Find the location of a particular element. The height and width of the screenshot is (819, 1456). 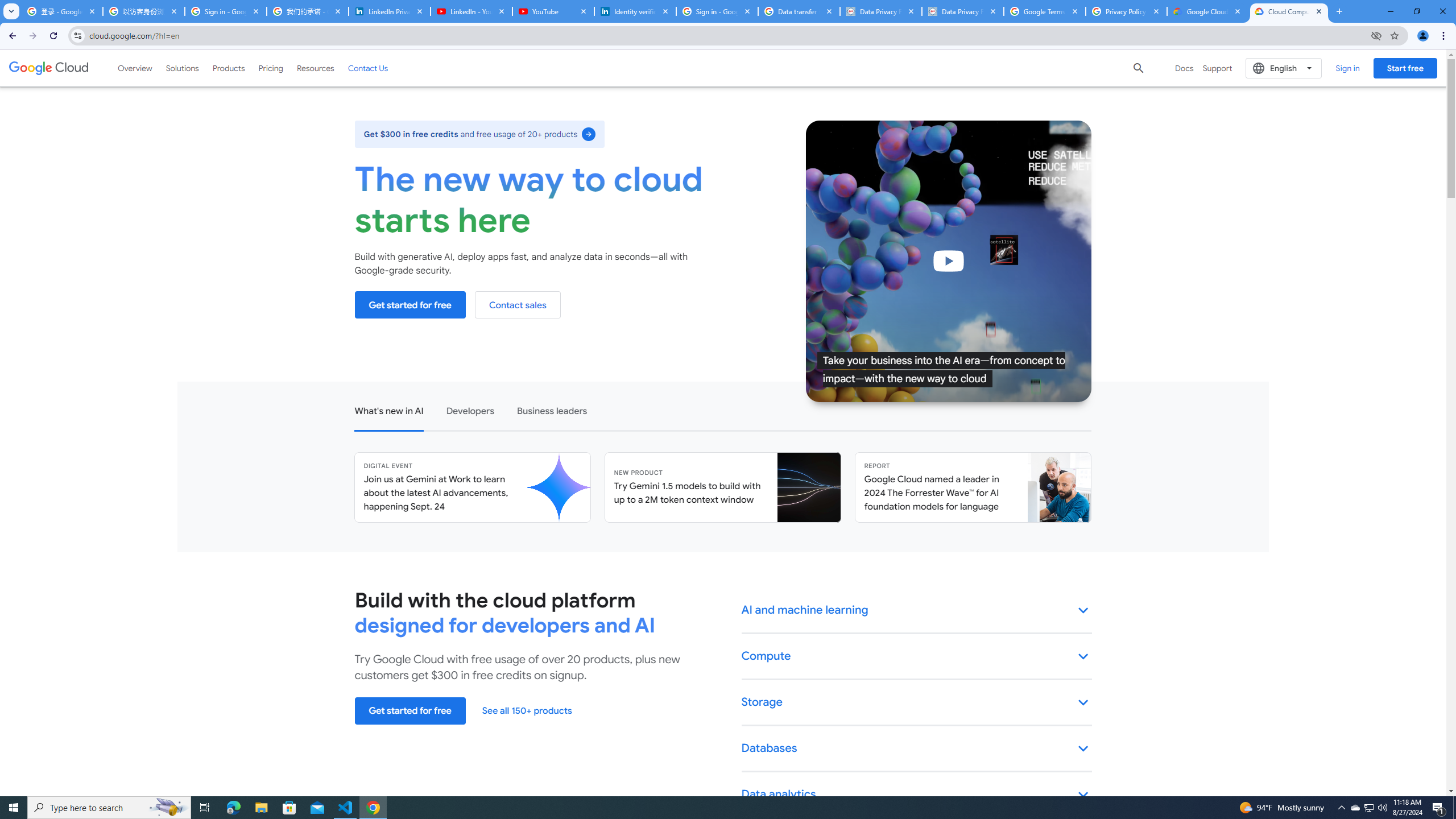

'Cloud Computing Services | Google Cloud' is located at coordinates (1289, 11).